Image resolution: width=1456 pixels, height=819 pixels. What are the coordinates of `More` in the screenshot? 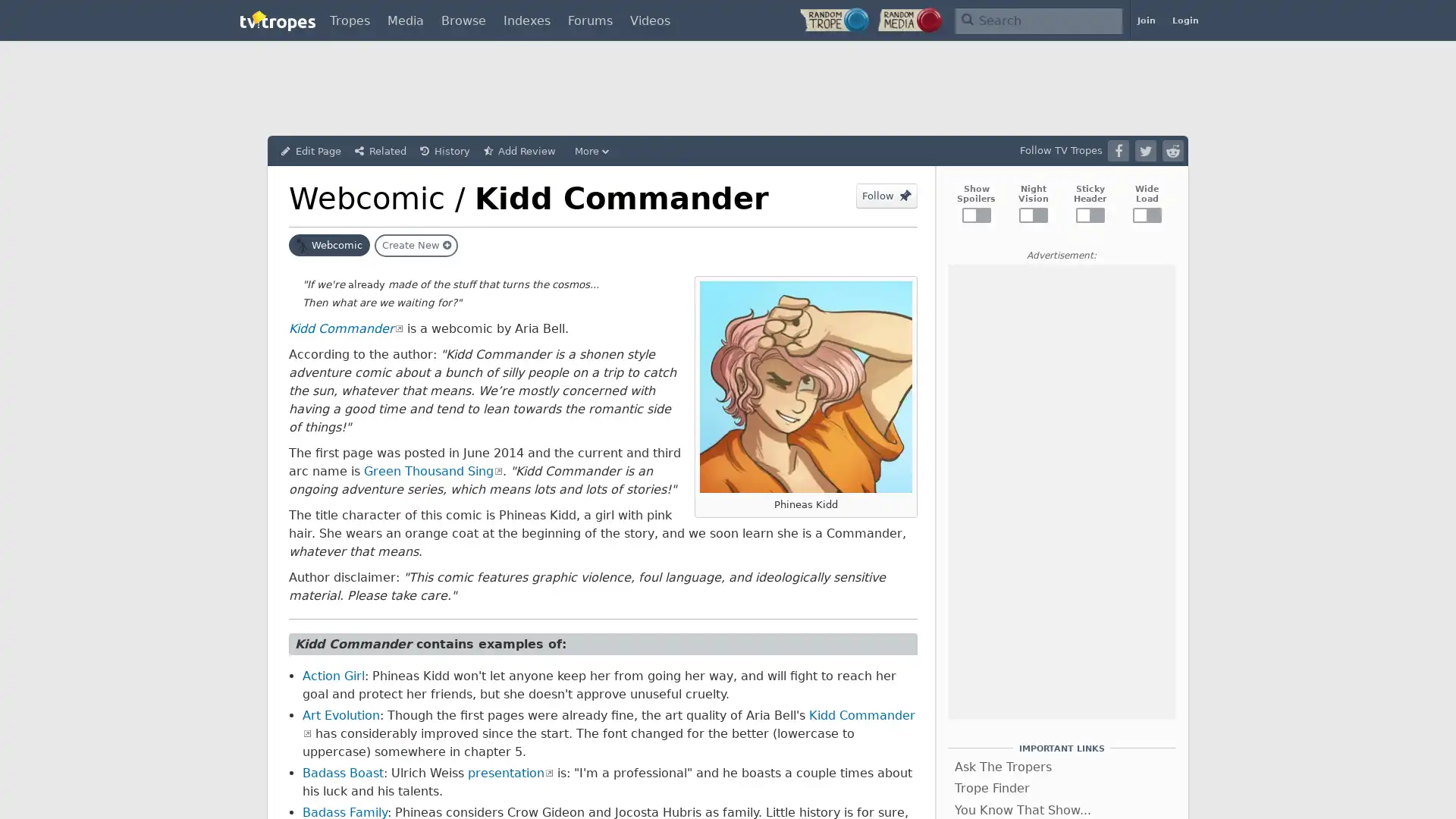 It's located at (593, 151).